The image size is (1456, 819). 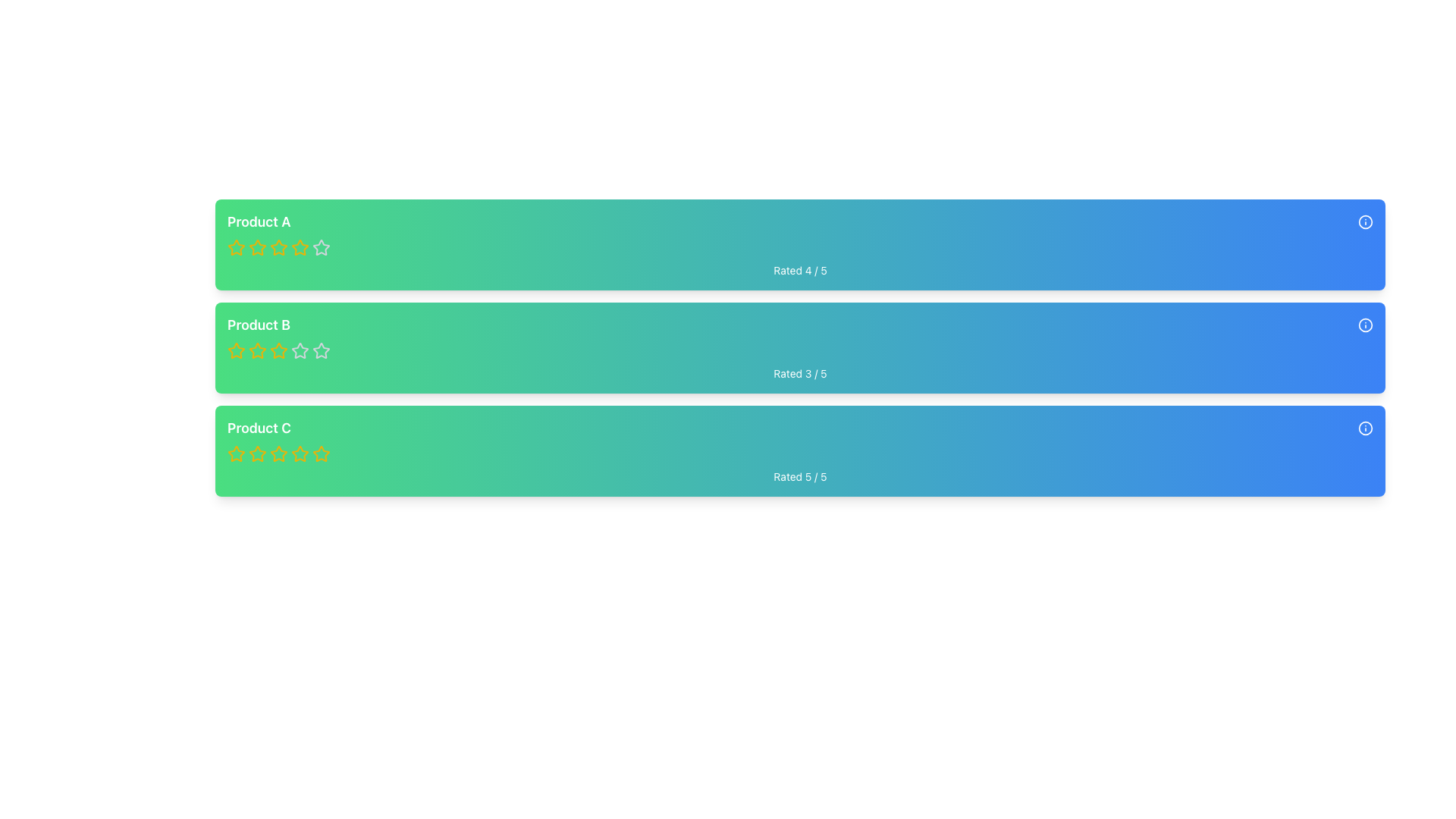 I want to click on the first star rating icon for 'Product C' to rate it with one star, so click(x=235, y=452).